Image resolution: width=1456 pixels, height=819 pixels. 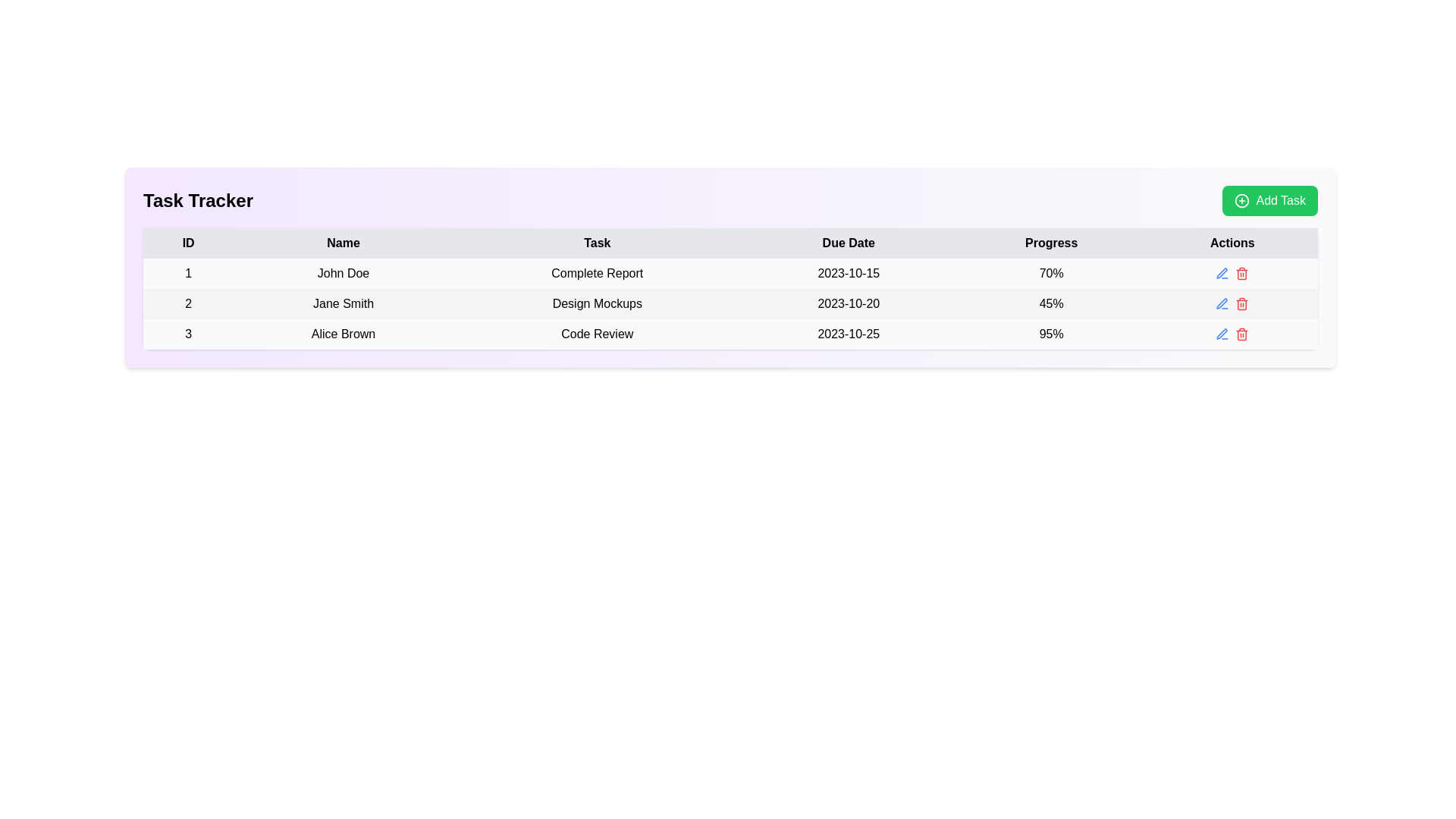 I want to click on the 'Task Tracker' text label, which is a bold black font on a light purple background, positioned at the top-left section of the interface, so click(x=197, y=200).